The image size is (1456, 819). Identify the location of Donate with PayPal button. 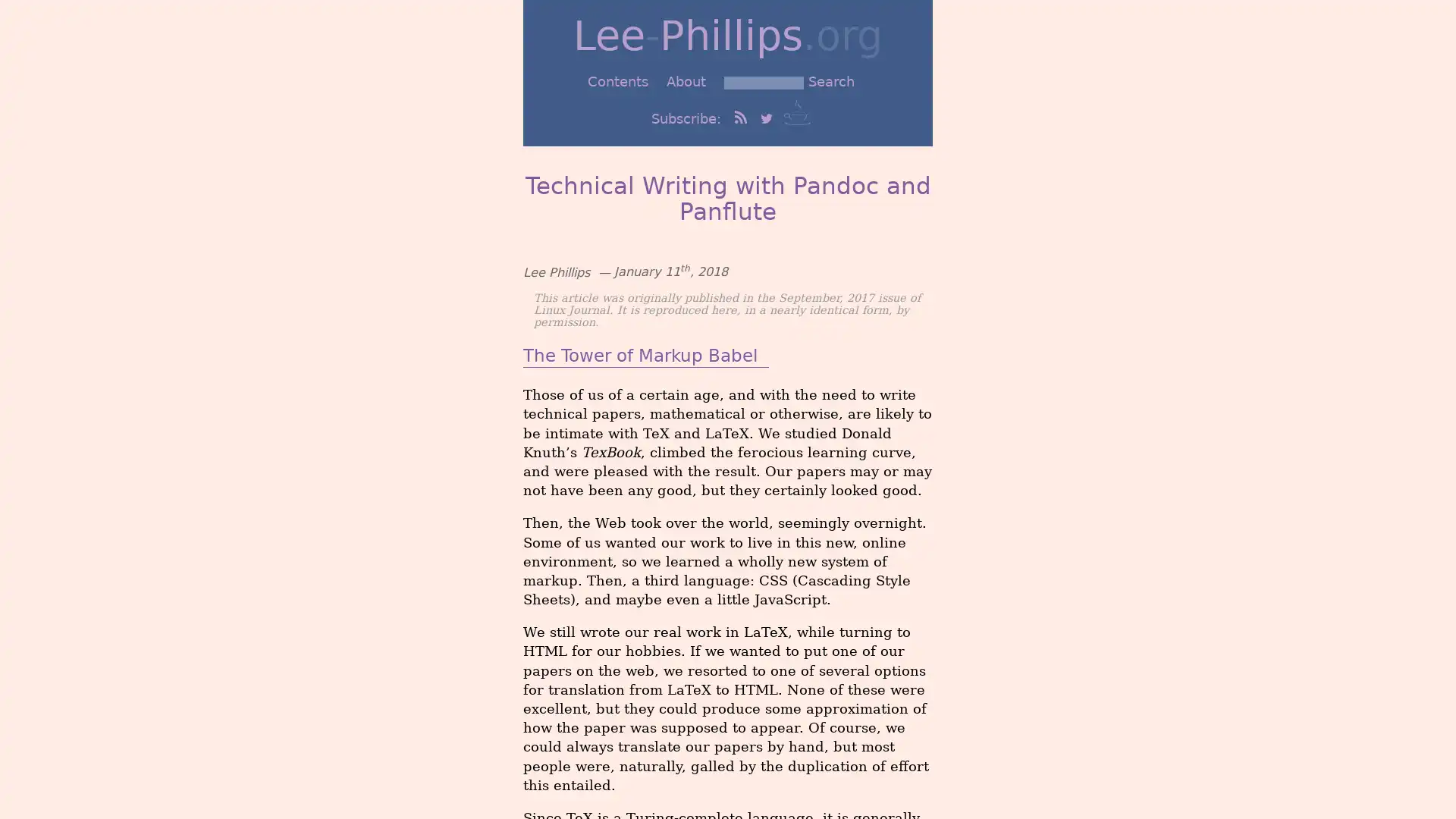
(796, 111).